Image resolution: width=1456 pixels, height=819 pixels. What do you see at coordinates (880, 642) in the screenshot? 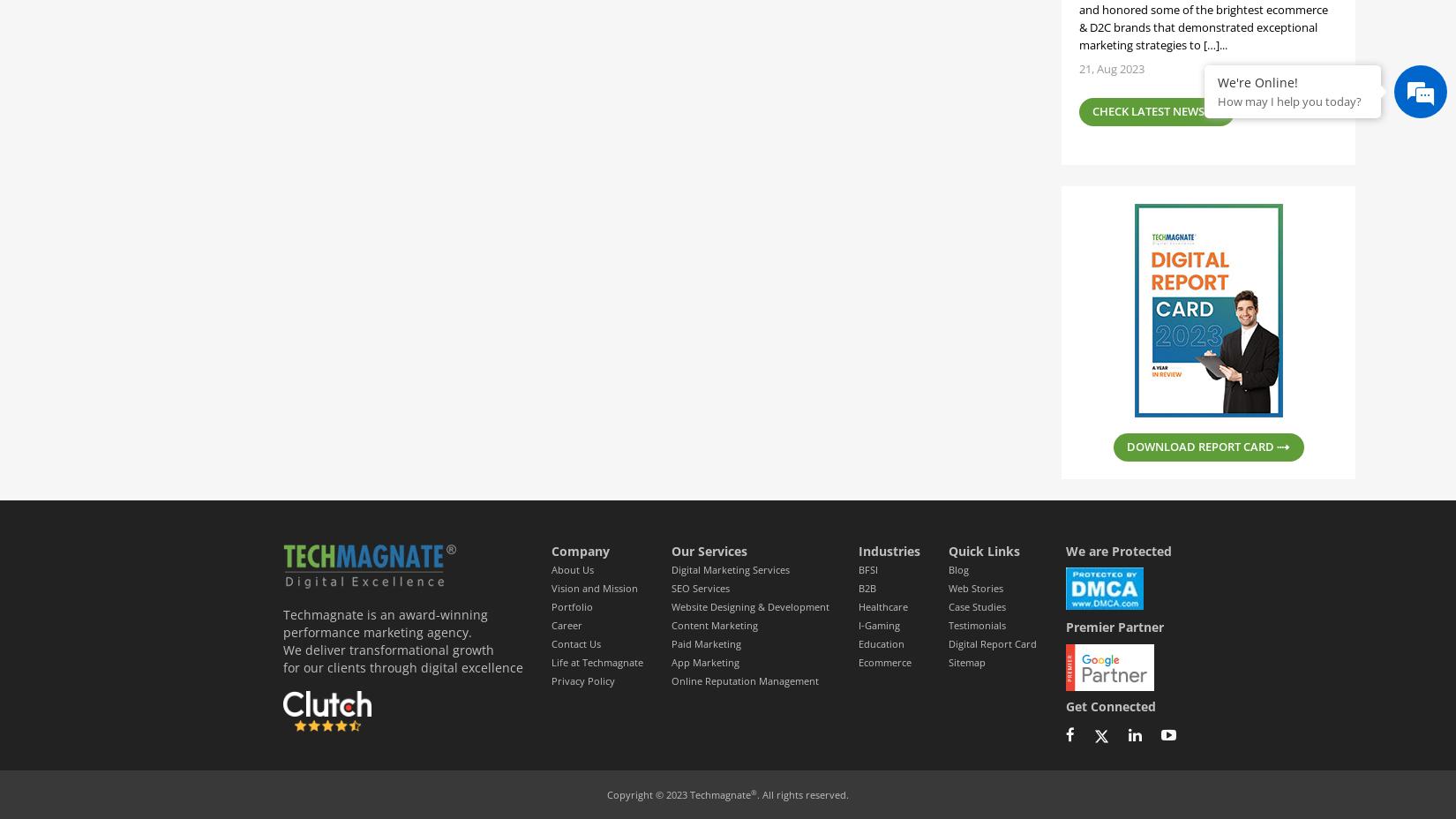
I see `'Education'` at bounding box center [880, 642].